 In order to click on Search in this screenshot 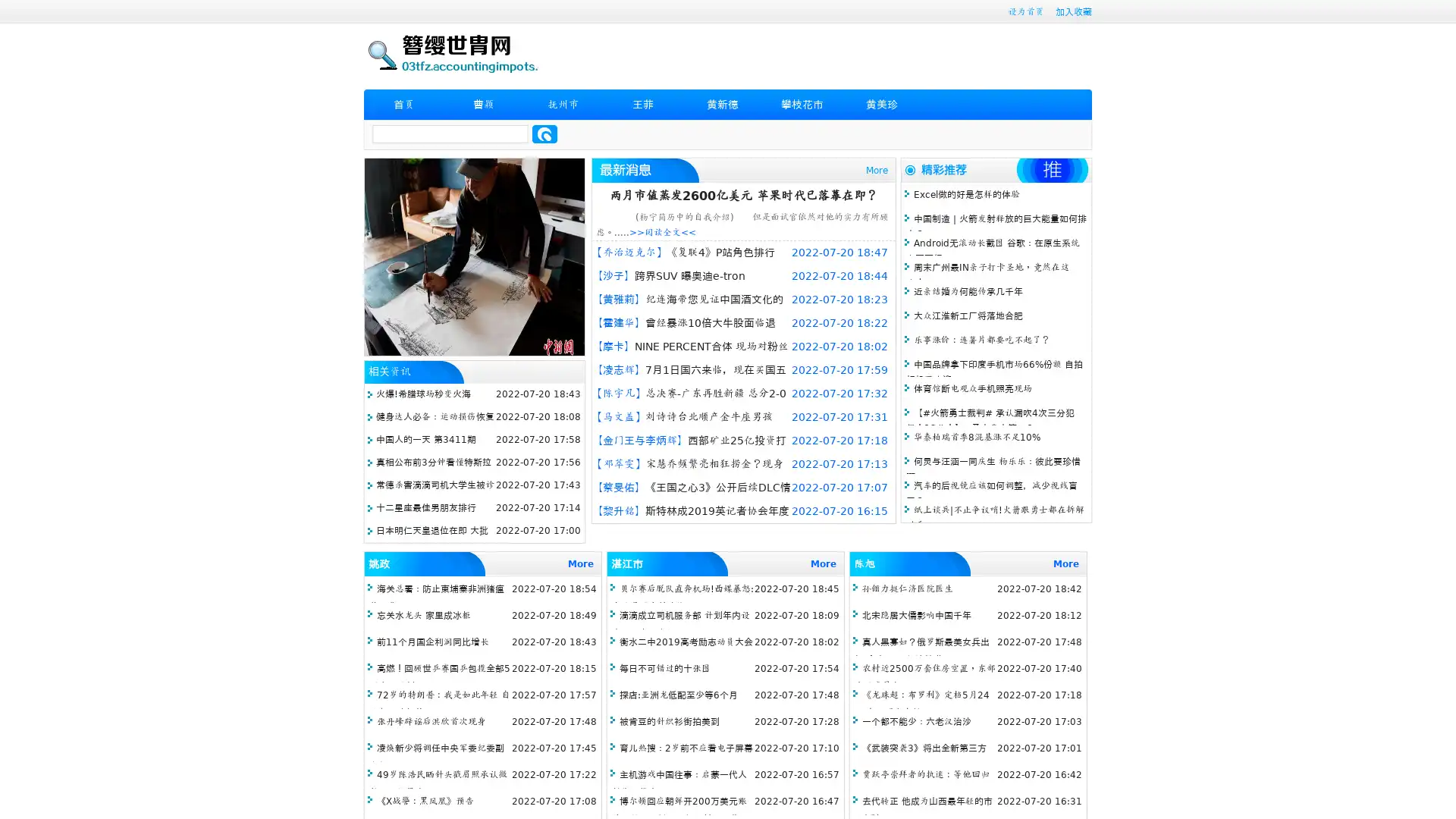, I will do `click(544, 133)`.